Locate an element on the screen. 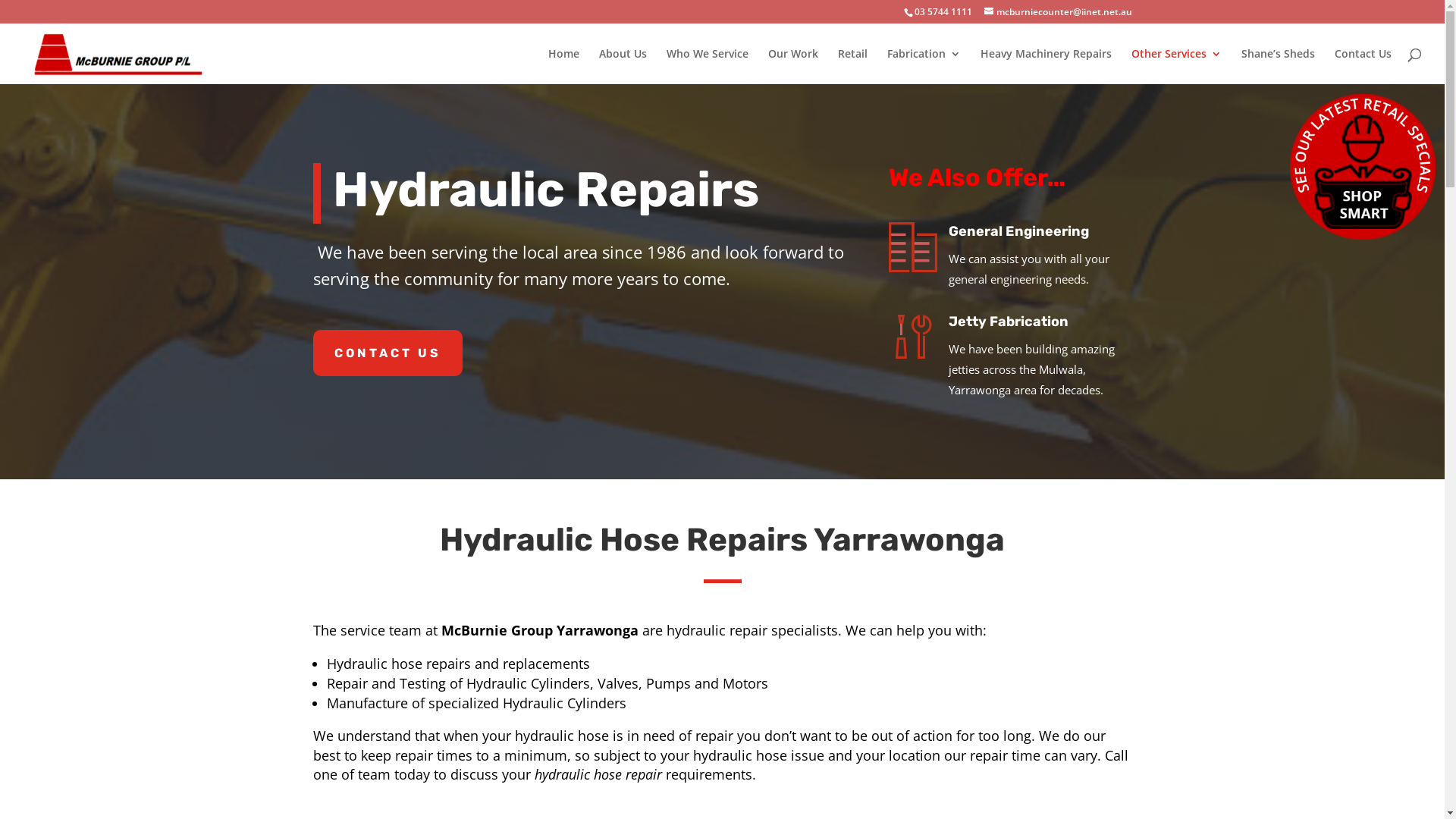  'Contact Us' is located at coordinates (1363, 65).